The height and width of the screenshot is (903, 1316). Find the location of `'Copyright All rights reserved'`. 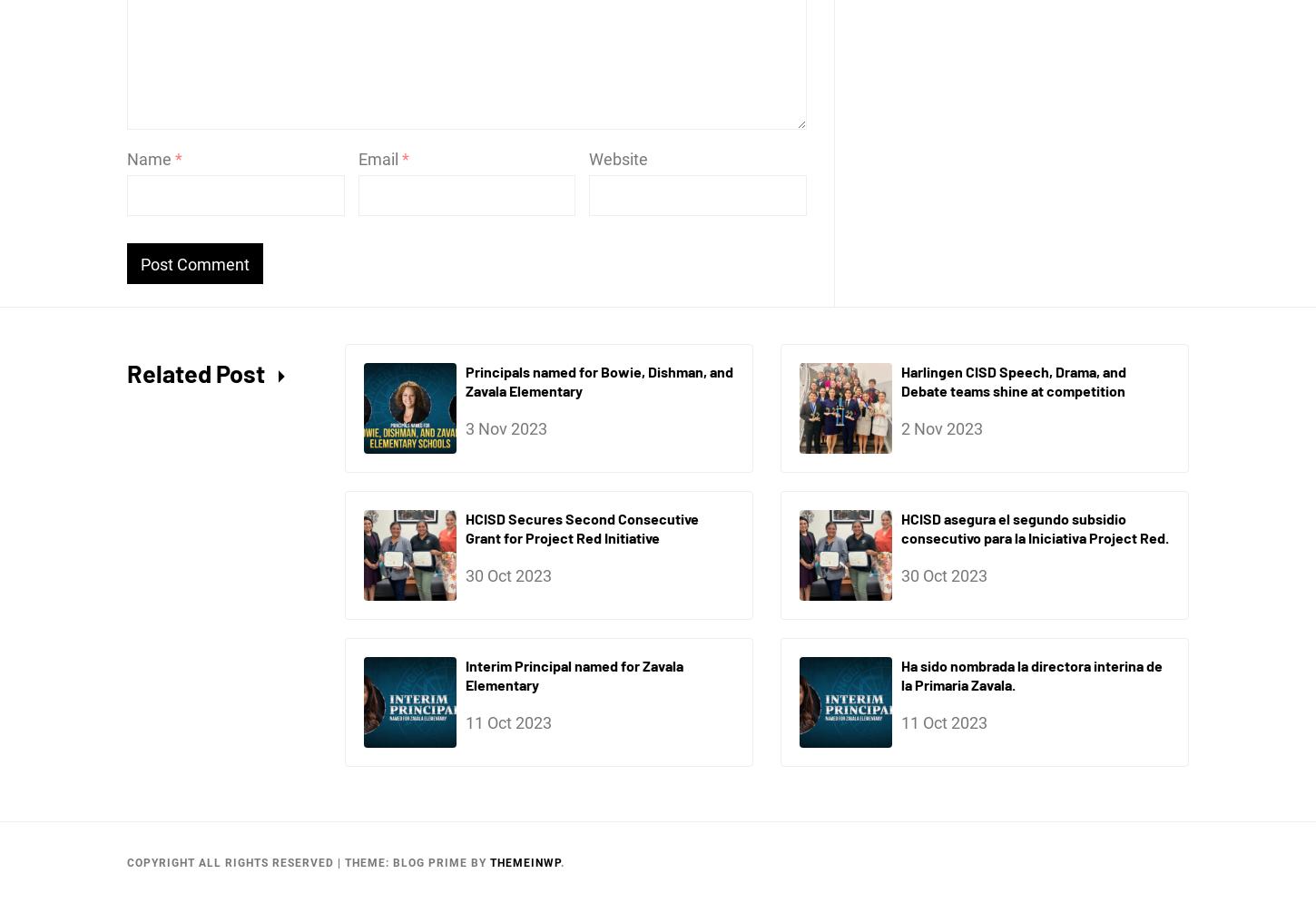

'Copyright All rights reserved' is located at coordinates (232, 863).